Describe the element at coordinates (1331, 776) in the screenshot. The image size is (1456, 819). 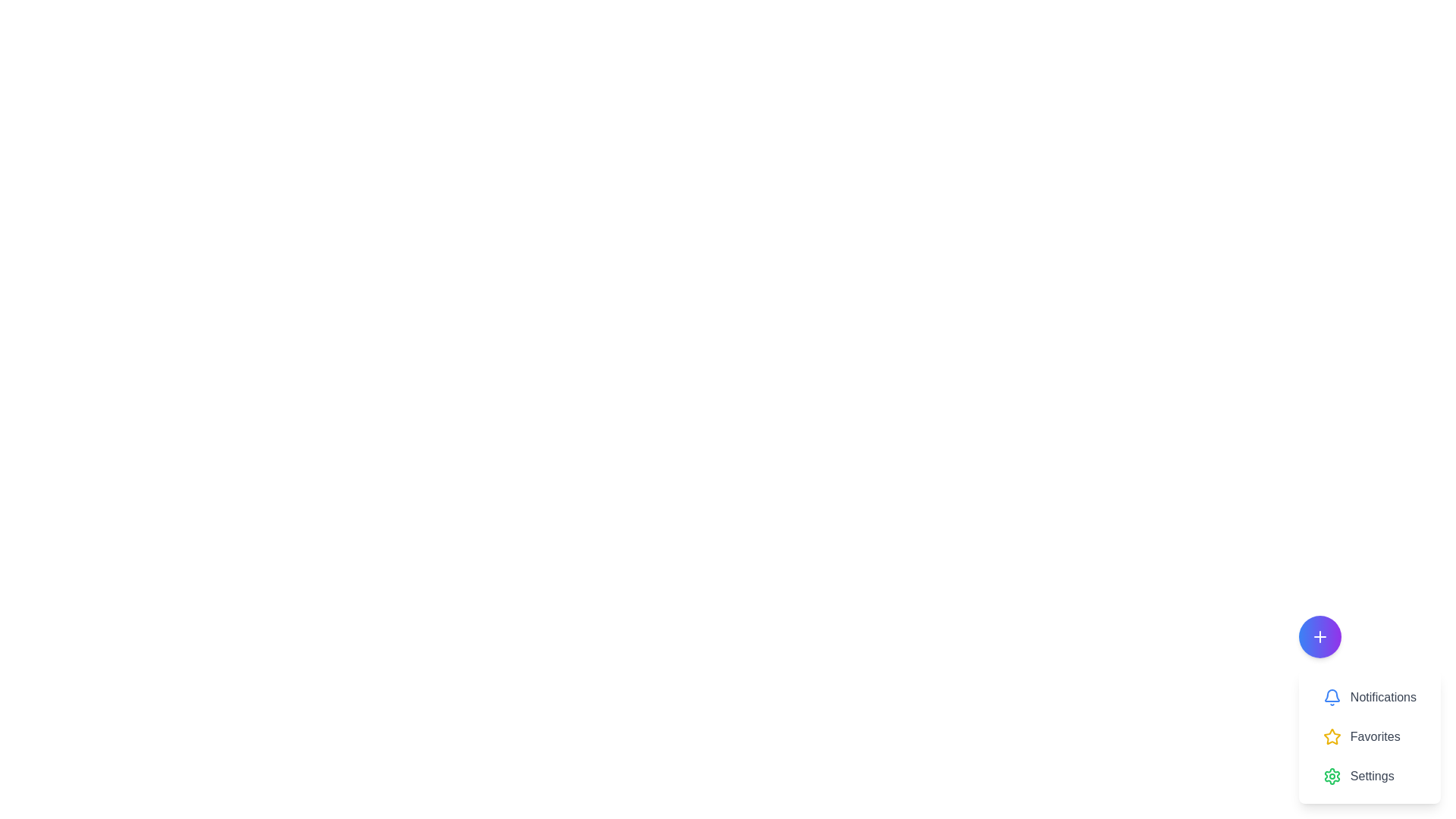
I see `the green gear-shaped icon located next to the 'Settings' text label` at that location.